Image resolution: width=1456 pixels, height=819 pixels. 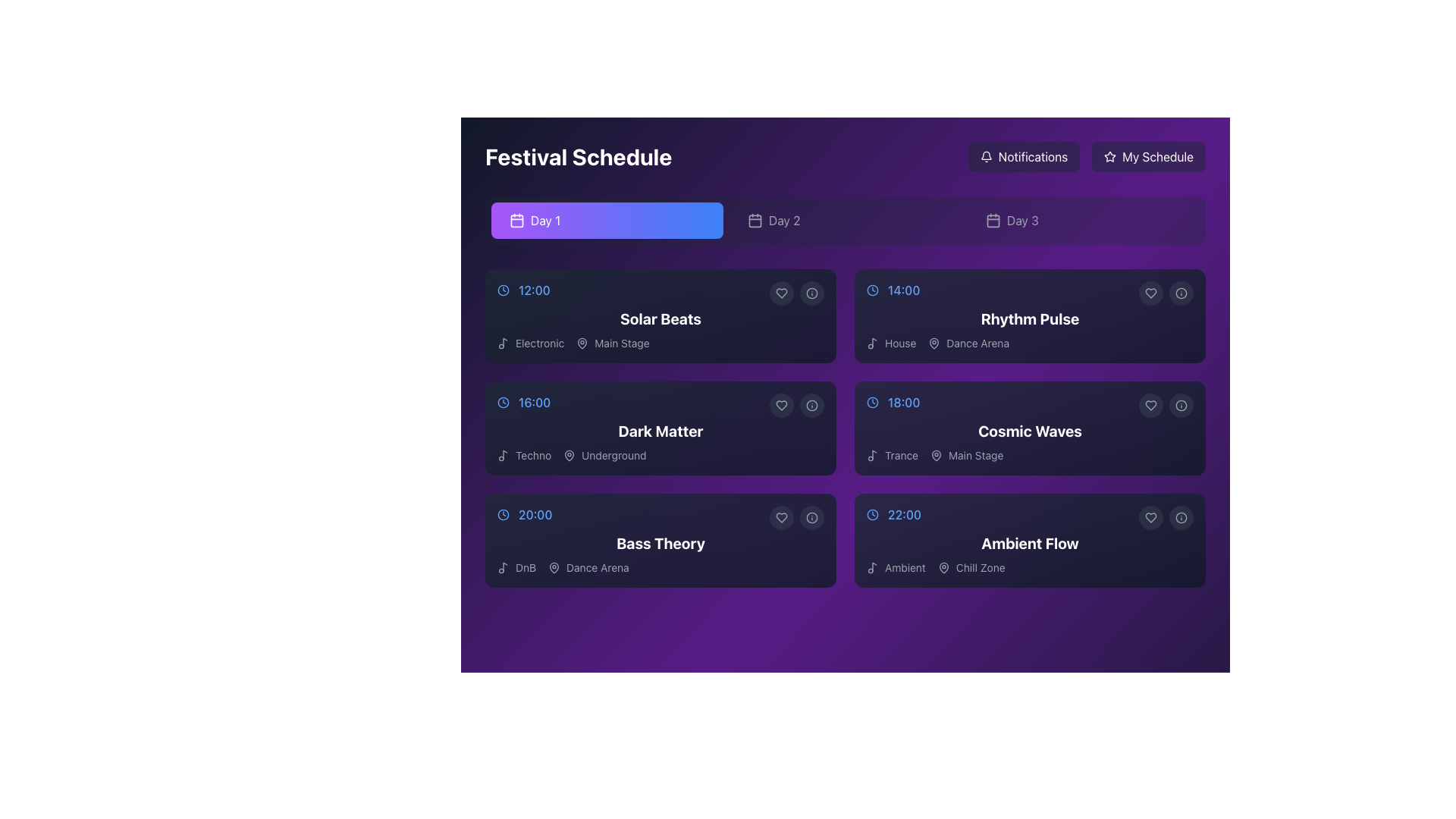 What do you see at coordinates (503, 567) in the screenshot?
I see `the 'DnB' icon located at the bottom left corner of the 'Bass Theory' event card` at bounding box center [503, 567].